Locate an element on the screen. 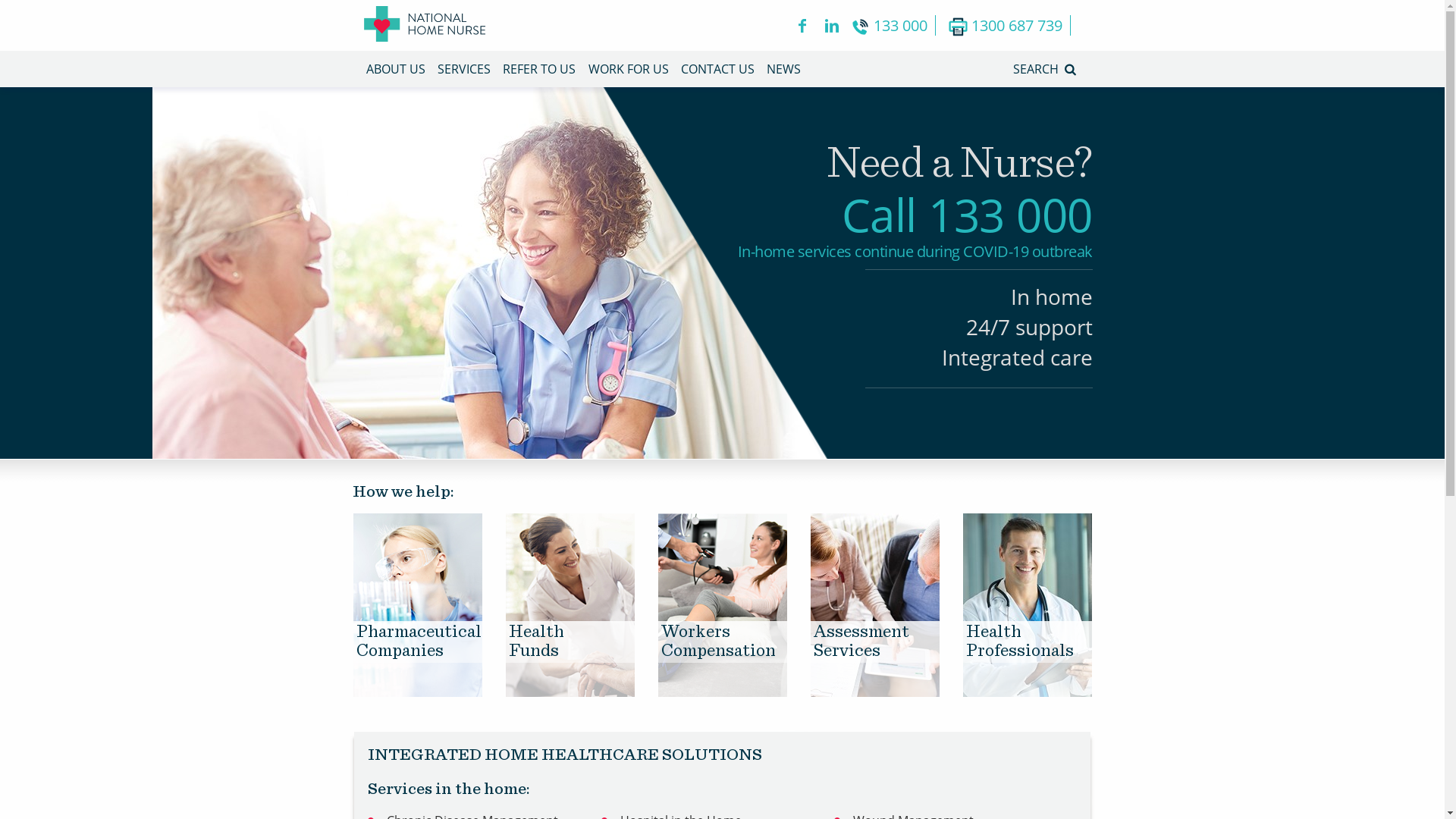 Image resolution: width=1456 pixels, height=819 pixels. 'SEARCH' is located at coordinates (1012, 69).